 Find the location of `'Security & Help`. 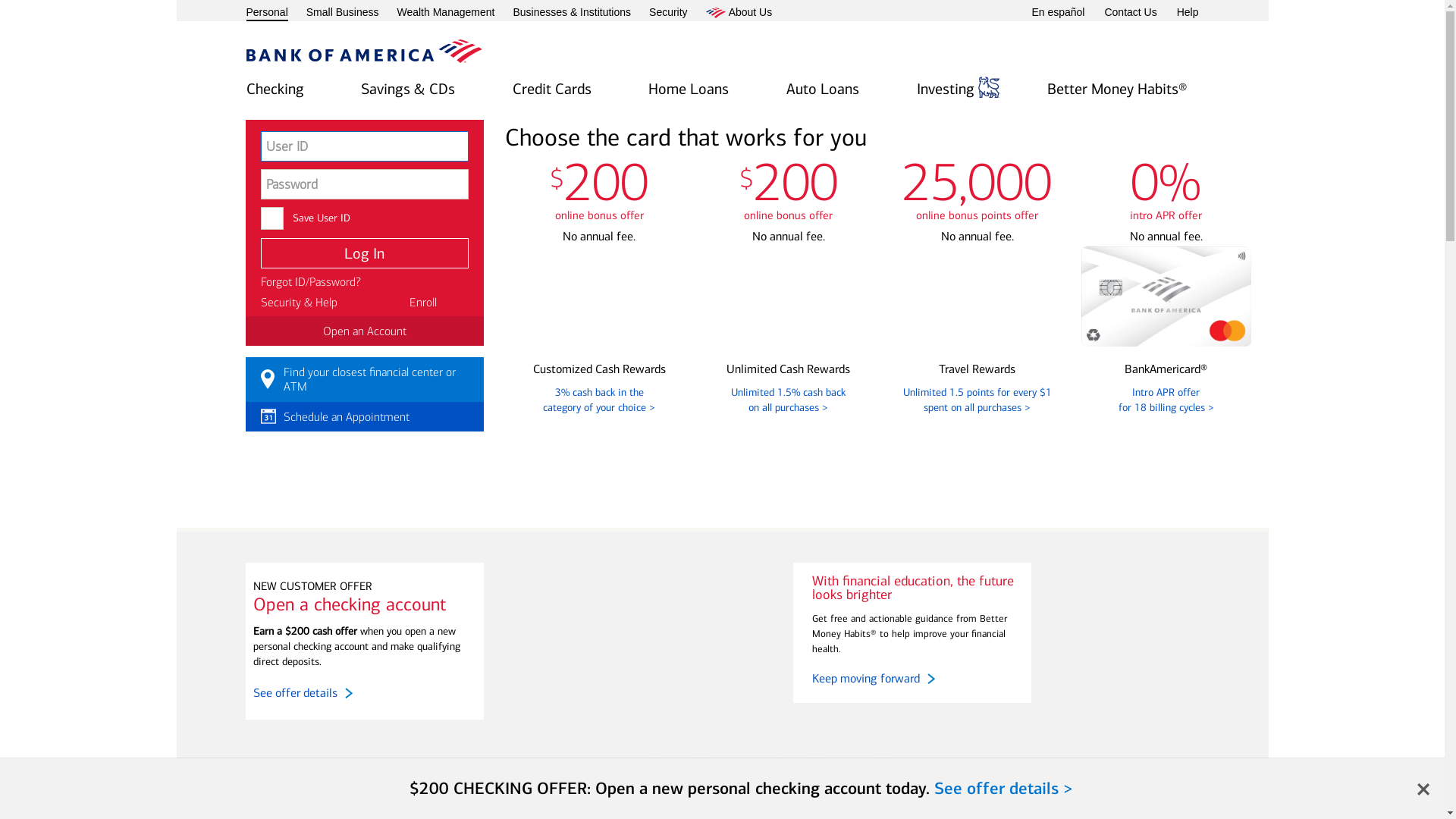

'Security & Help is located at coordinates (299, 302).